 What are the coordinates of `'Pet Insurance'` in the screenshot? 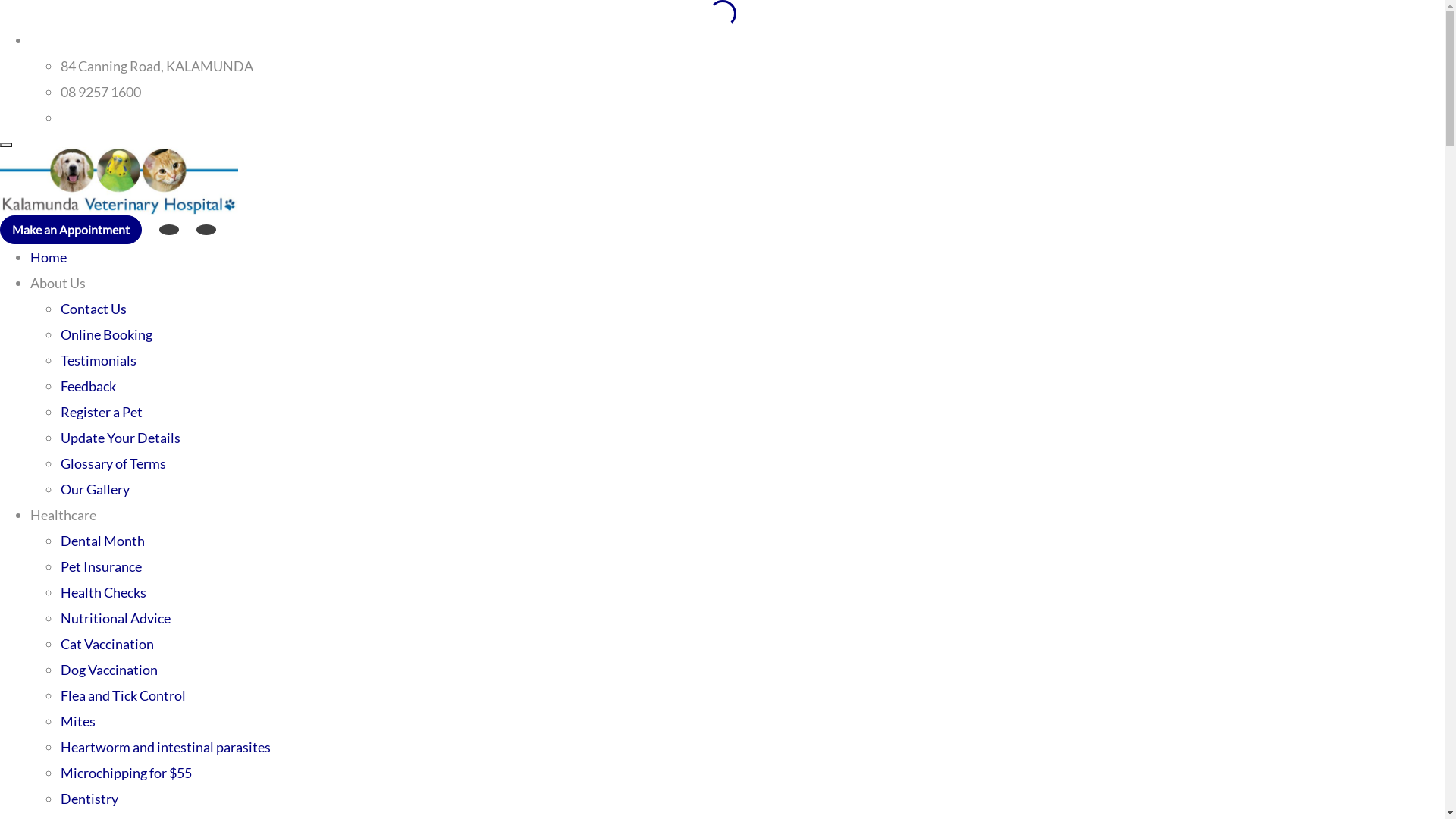 It's located at (100, 566).